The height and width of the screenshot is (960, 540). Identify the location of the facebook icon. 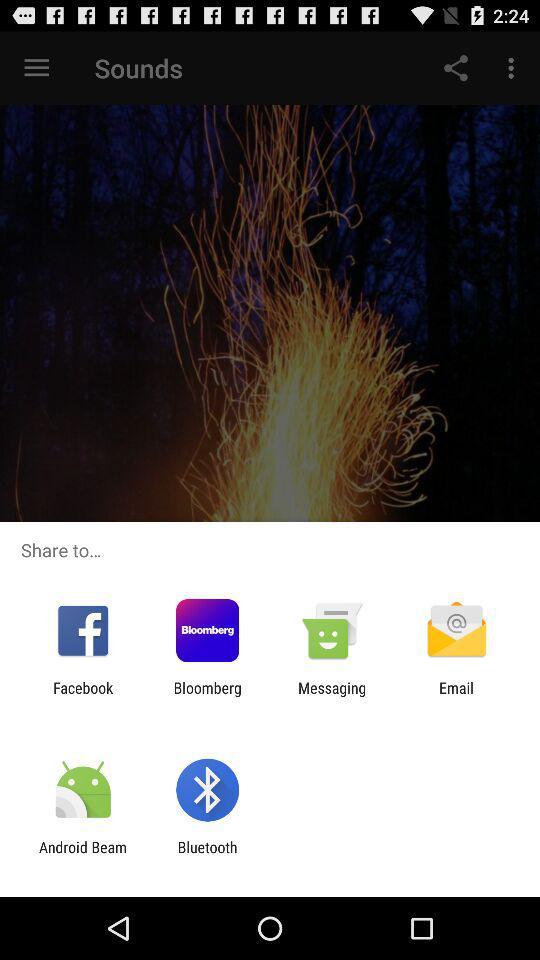
(82, 696).